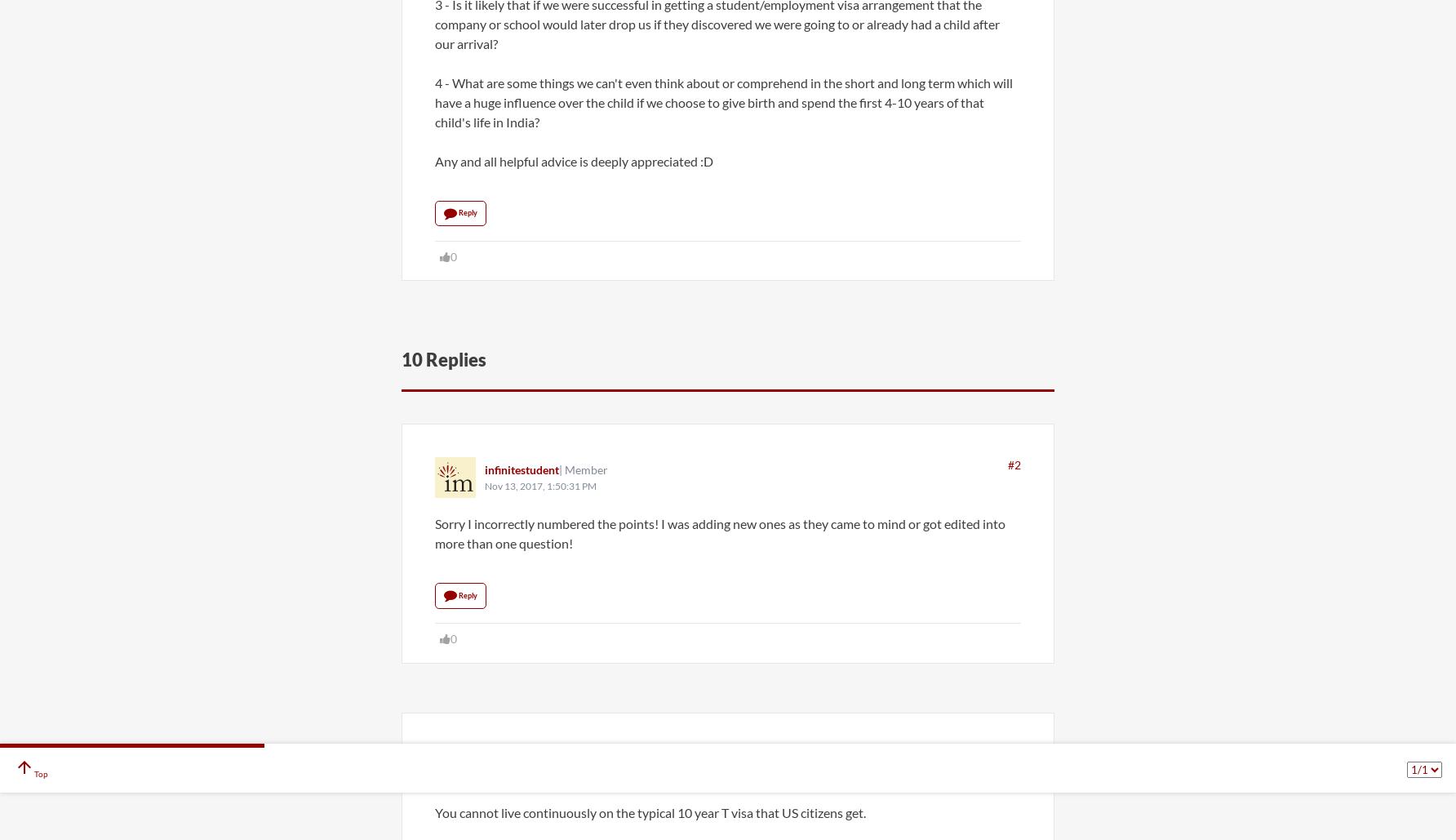 The height and width of the screenshot is (840, 1456). What do you see at coordinates (719, 533) in the screenshot?
I see `'Sorry I incorrectly numbered the points! I was adding new ones as they came to mind or got edited into more than one question!'` at bounding box center [719, 533].